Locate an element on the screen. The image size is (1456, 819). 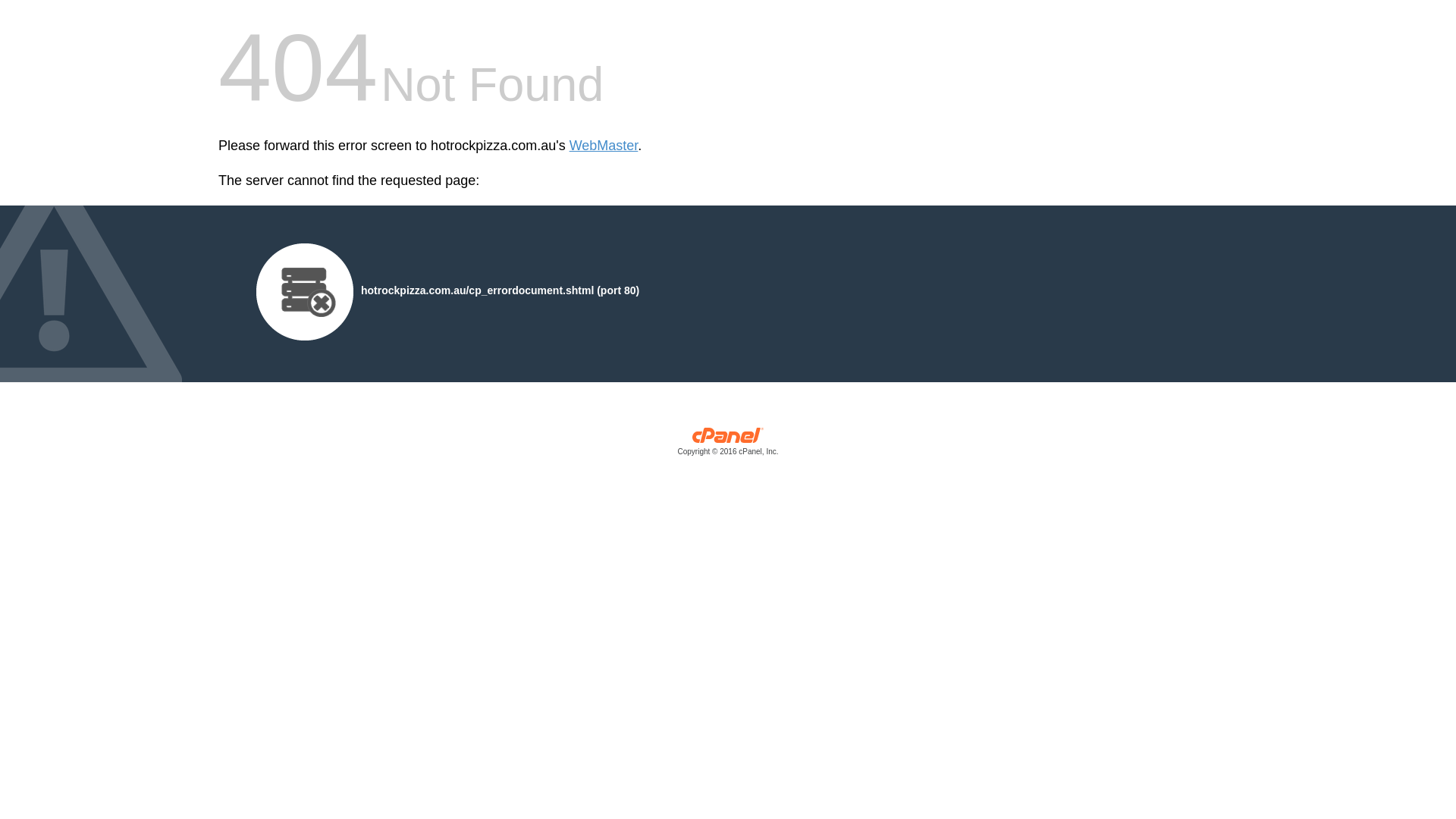
'WebMaster' is located at coordinates (603, 146).